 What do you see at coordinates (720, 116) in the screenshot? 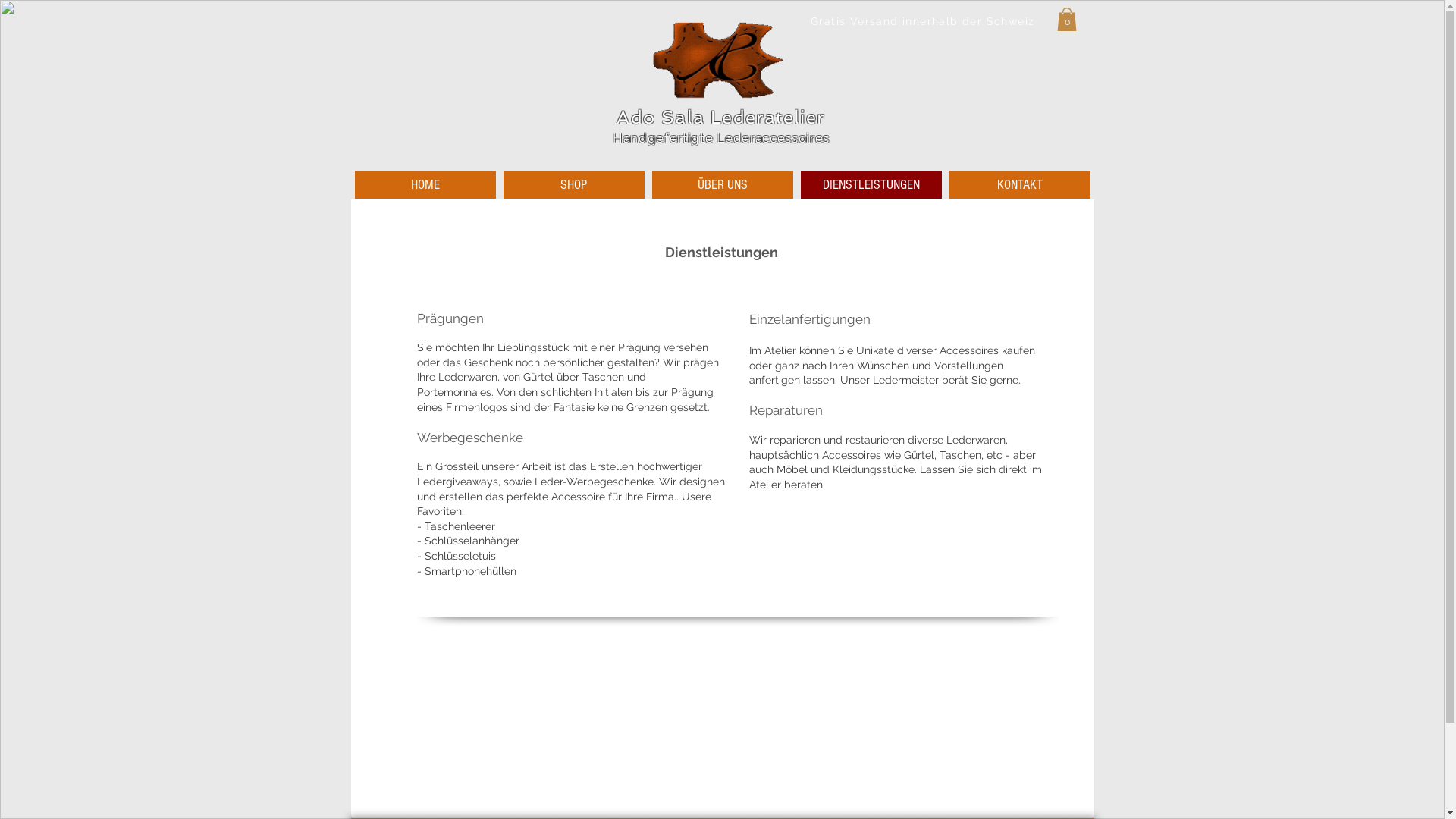
I see `'Ado Sala Lederatelier'` at bounding box center [720, 116].